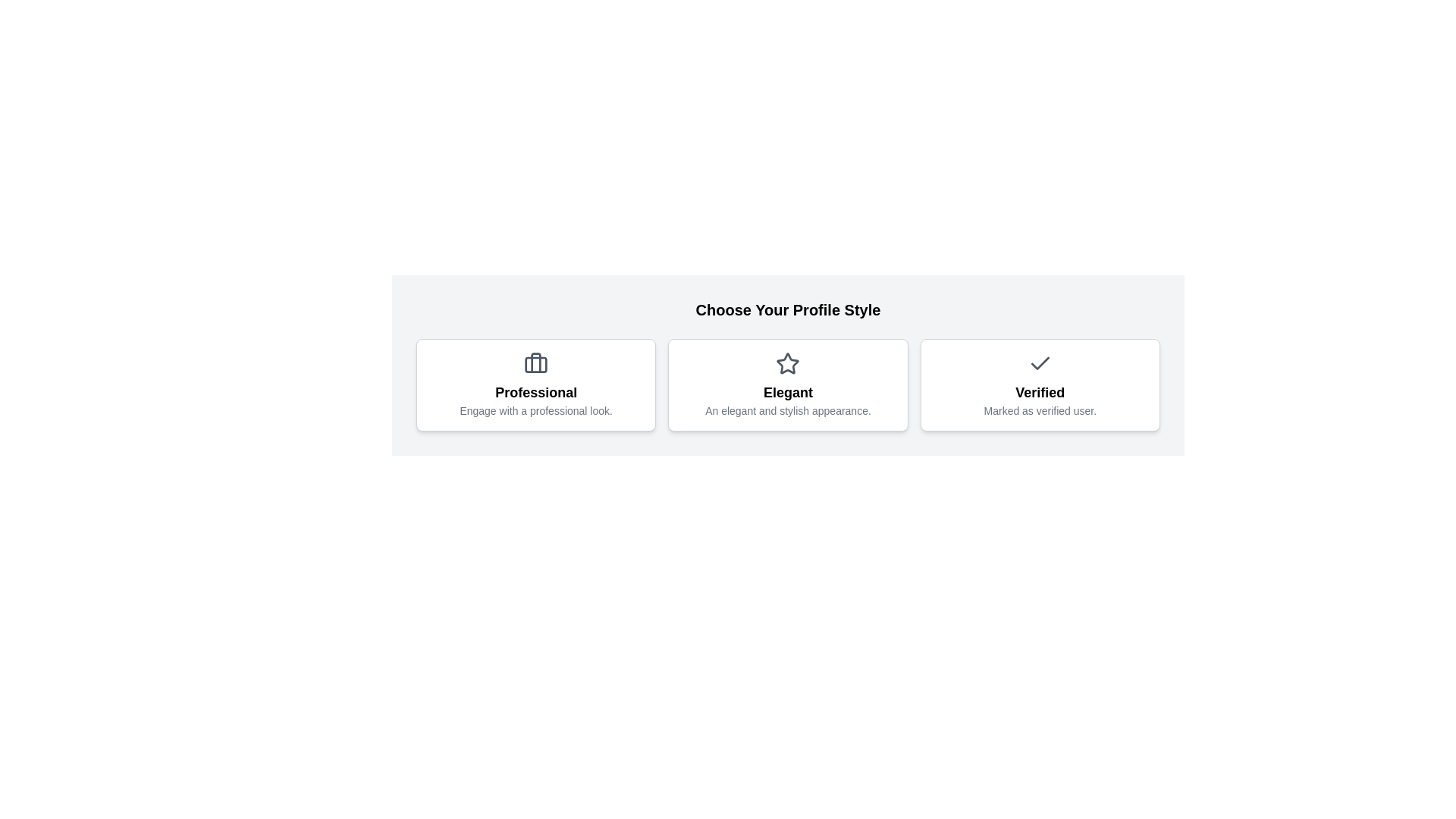  I want to click on the icon representing the Professional profile style, so click(535, 363).